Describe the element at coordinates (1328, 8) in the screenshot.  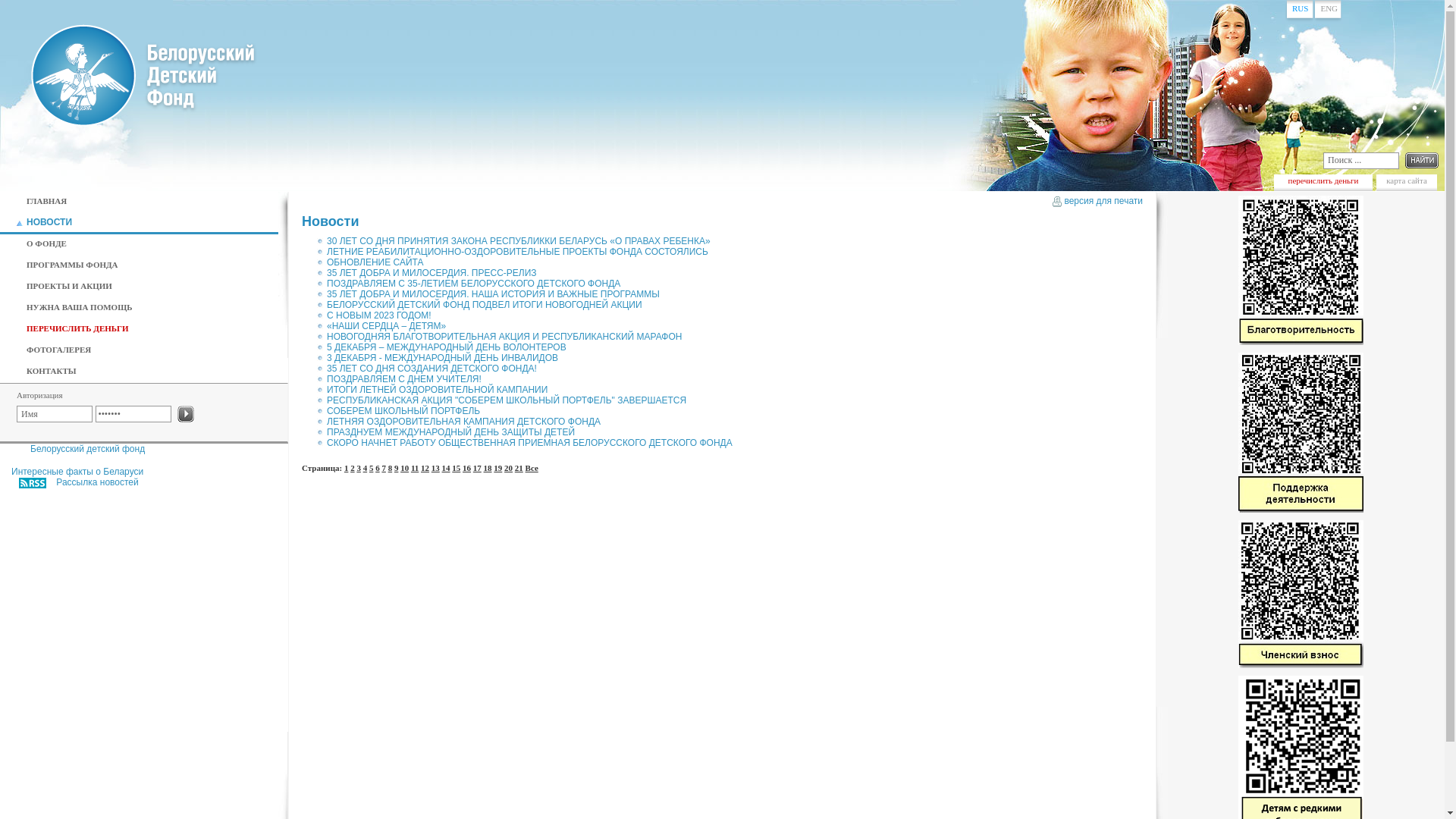
I see `'ENG'` at that location.